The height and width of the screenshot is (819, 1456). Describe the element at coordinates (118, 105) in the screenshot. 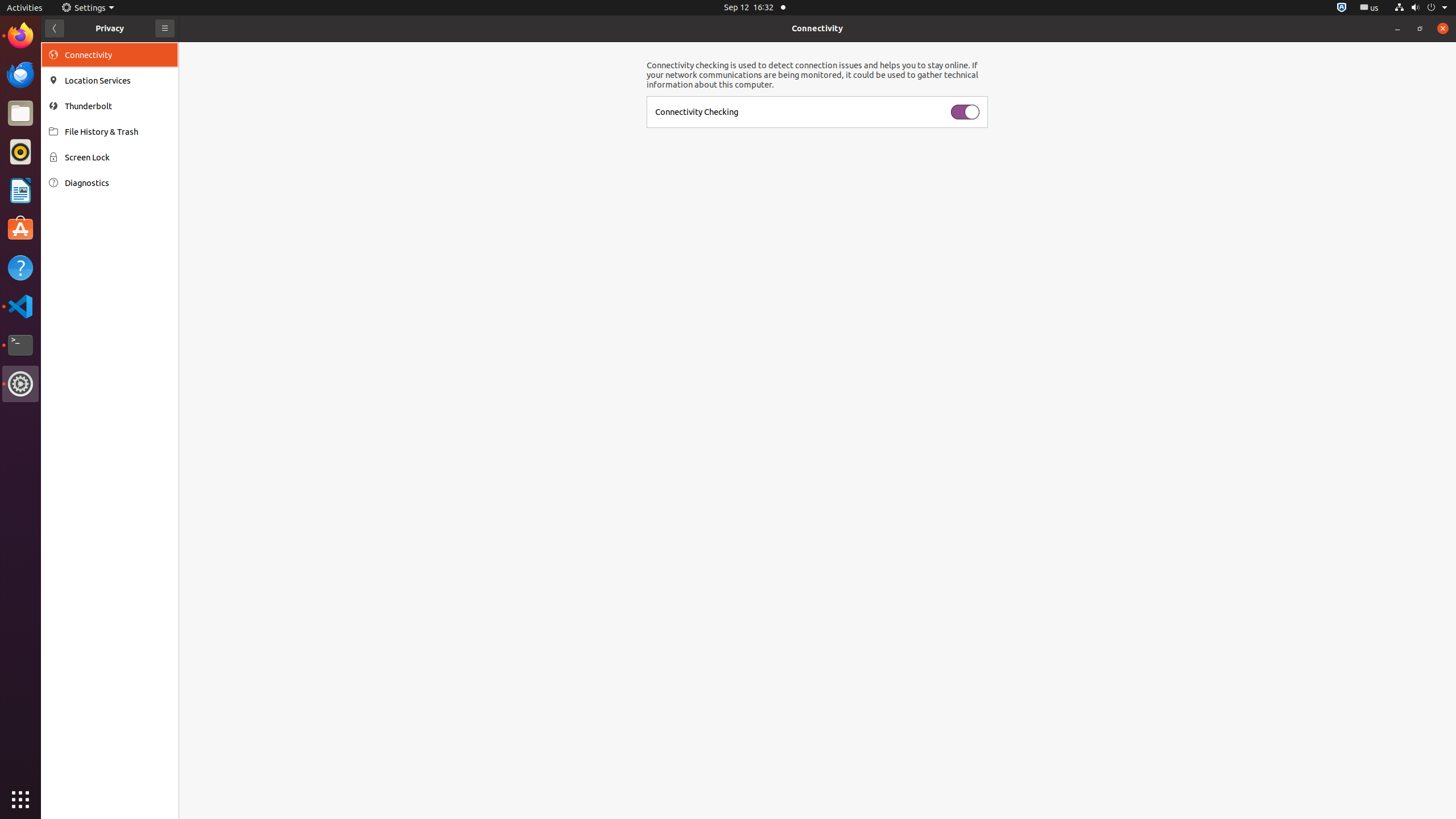

I see `'Thunderbolt'` at that location.